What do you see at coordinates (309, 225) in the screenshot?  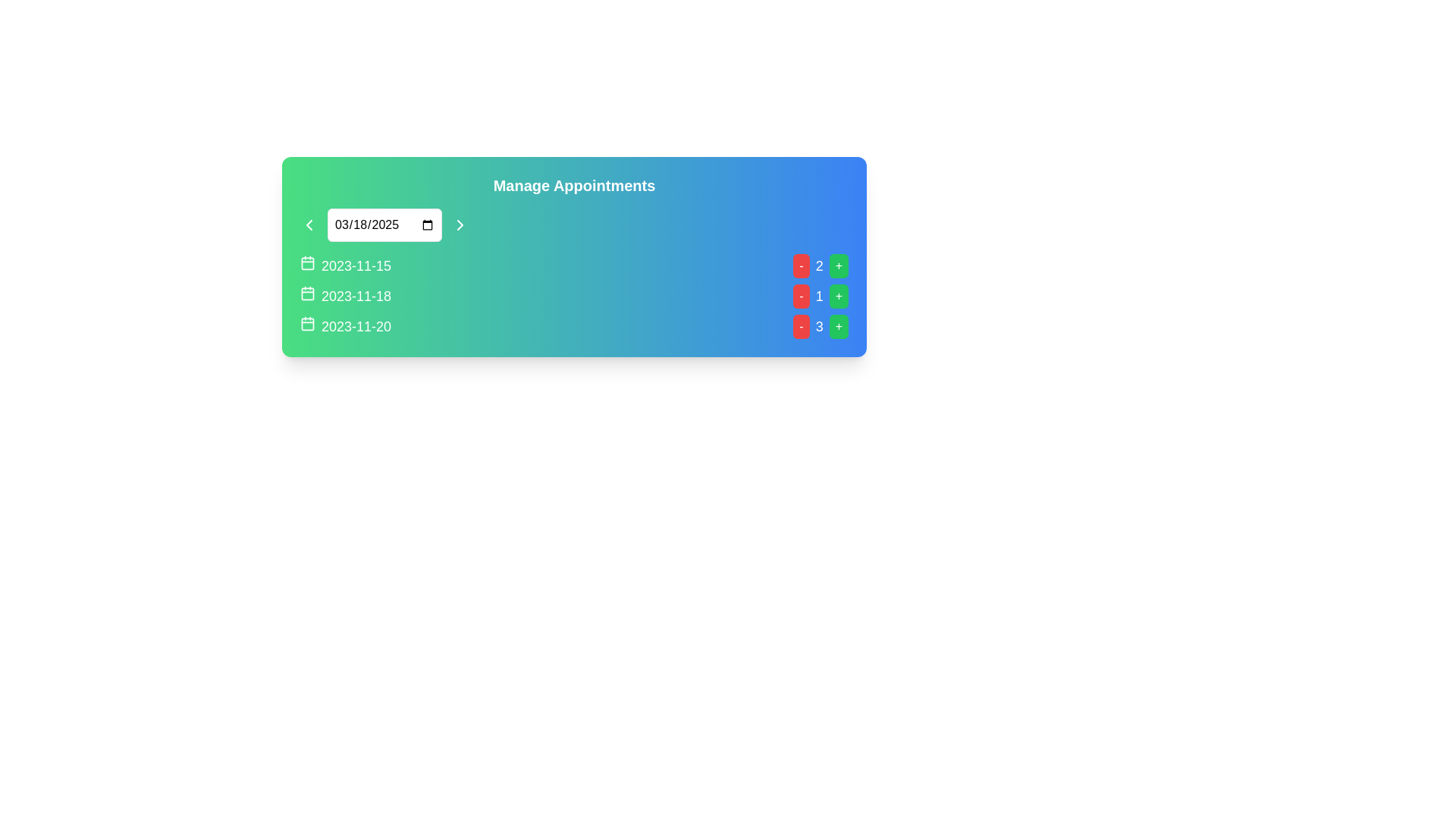 I see `the left-facing chevron arrow icon located in the top-left area of the panel` at bounding box center [309, 225].